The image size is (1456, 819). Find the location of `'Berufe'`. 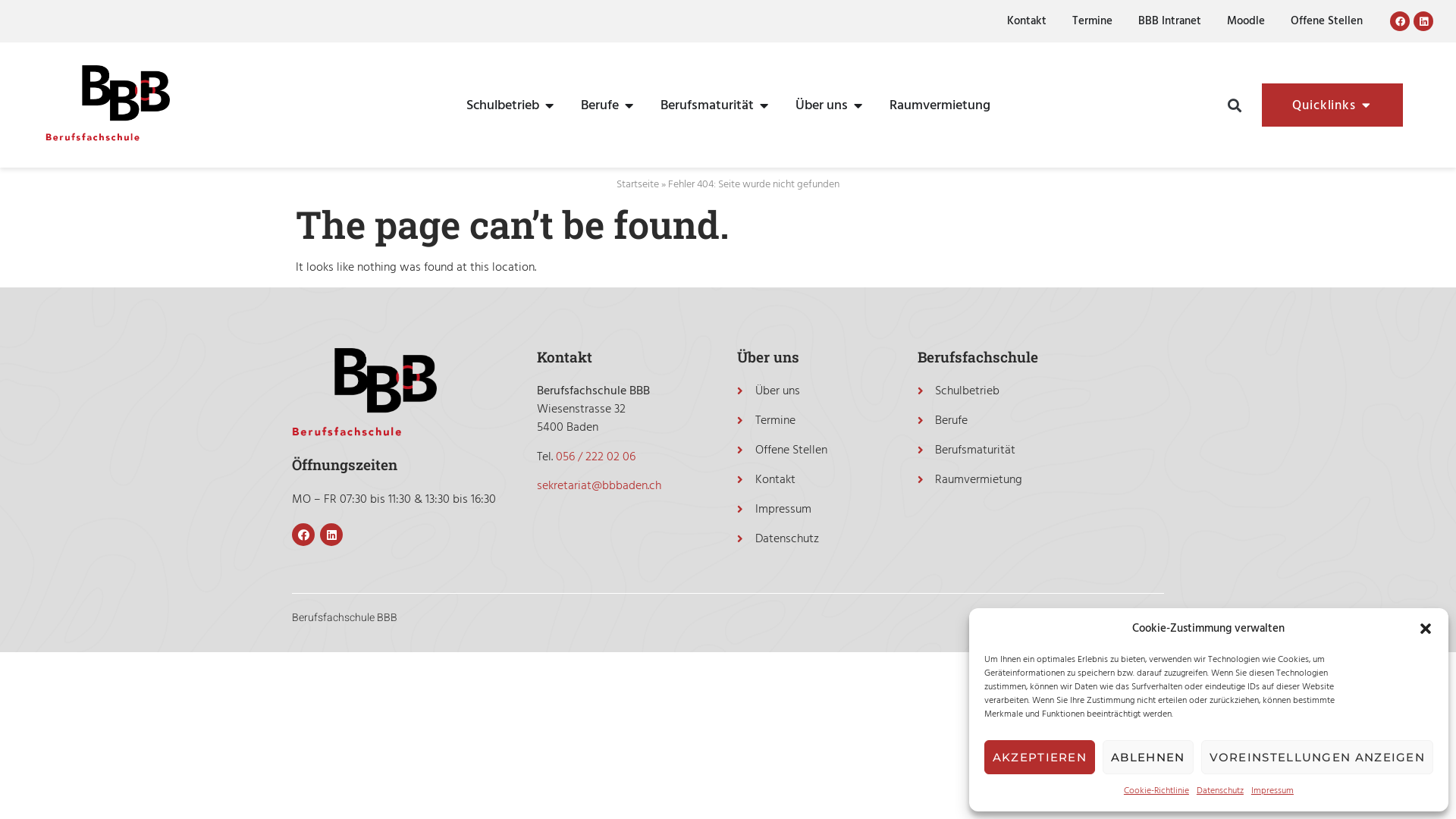

'Berufe' is located at coordinates (1040, 420).